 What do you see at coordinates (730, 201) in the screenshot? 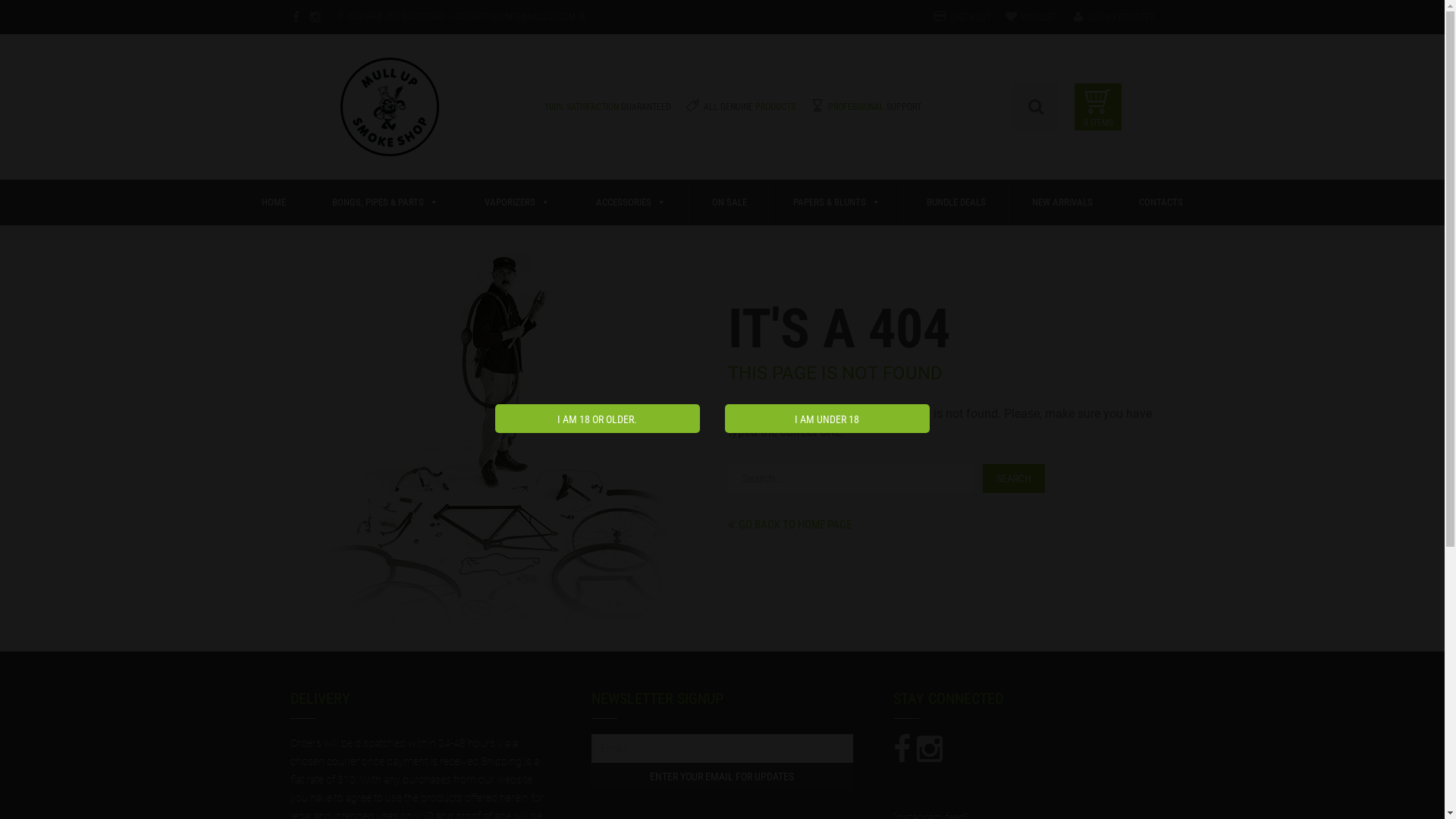
I see `'ON SALE'` at bounding box center [730, 201].